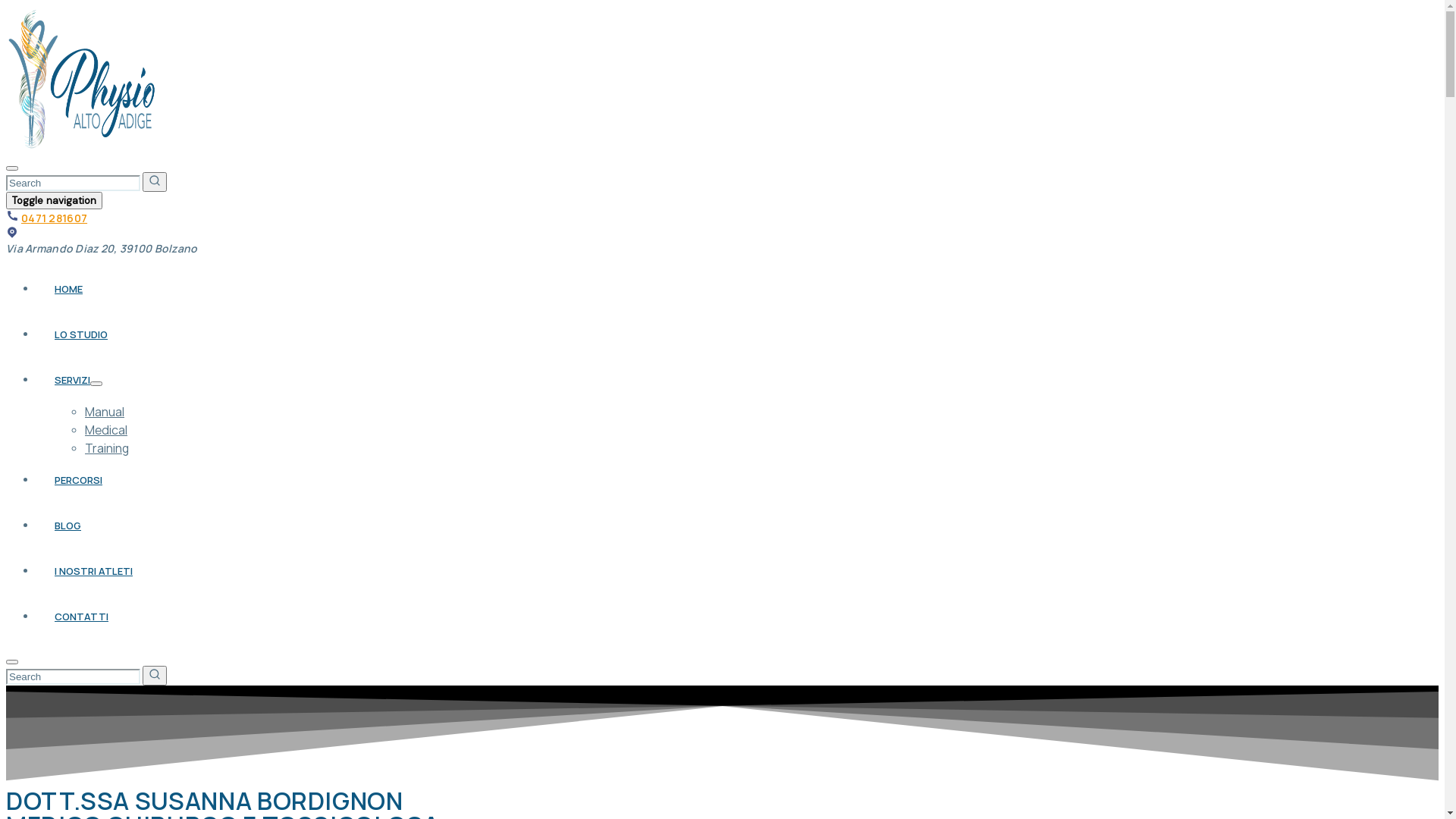  Describe the element at coordinates (105, 430) in the screenshot. I see `'Medical'` at that location.